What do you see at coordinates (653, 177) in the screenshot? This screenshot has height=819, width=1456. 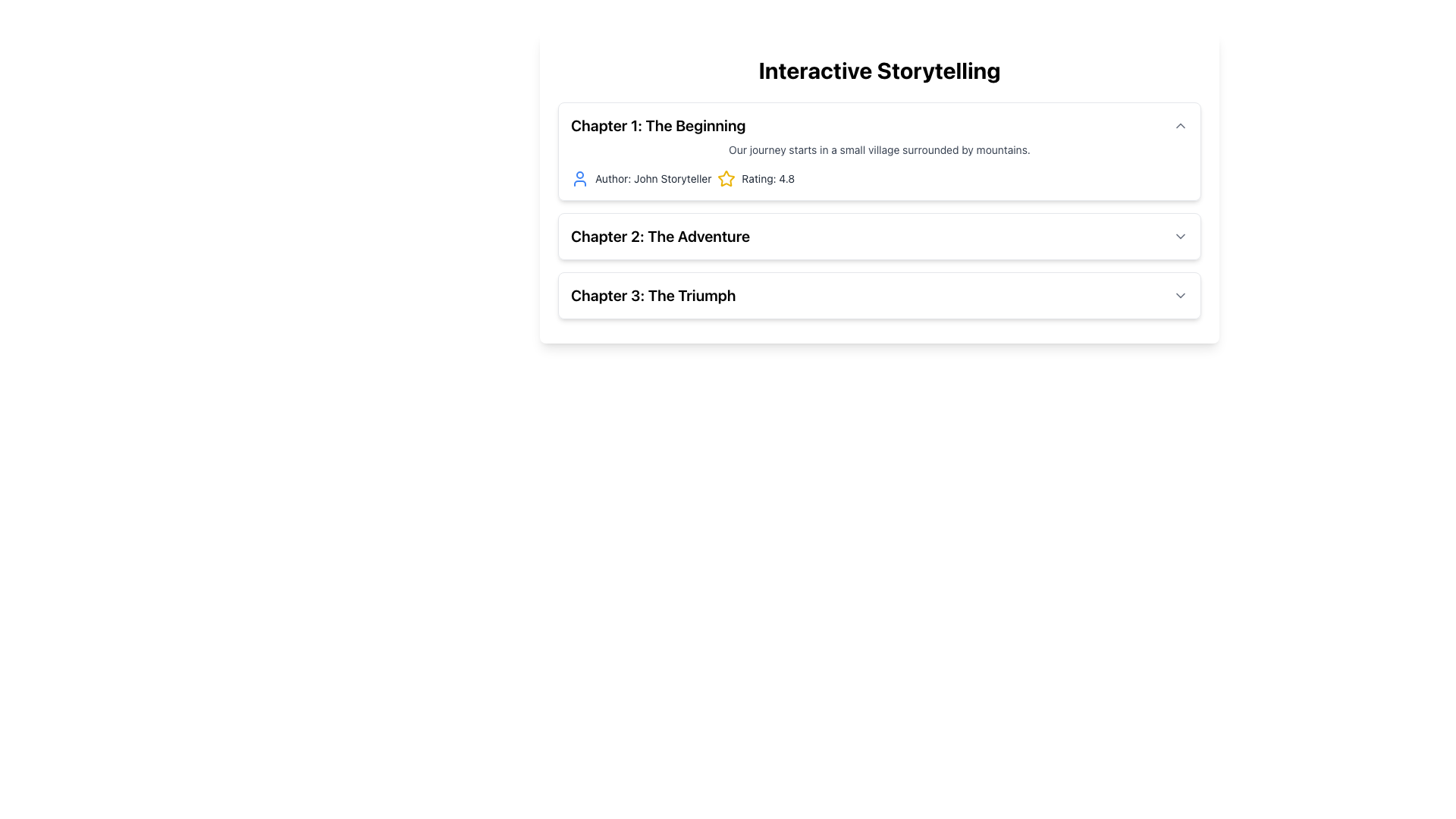 I see `text label that displays information about the author associated with 'Chapter 1: The Beginning', which is located to the right of the user icon and to the left of the star icon with a rating of '4.8'` at bounding box center [653, 177].